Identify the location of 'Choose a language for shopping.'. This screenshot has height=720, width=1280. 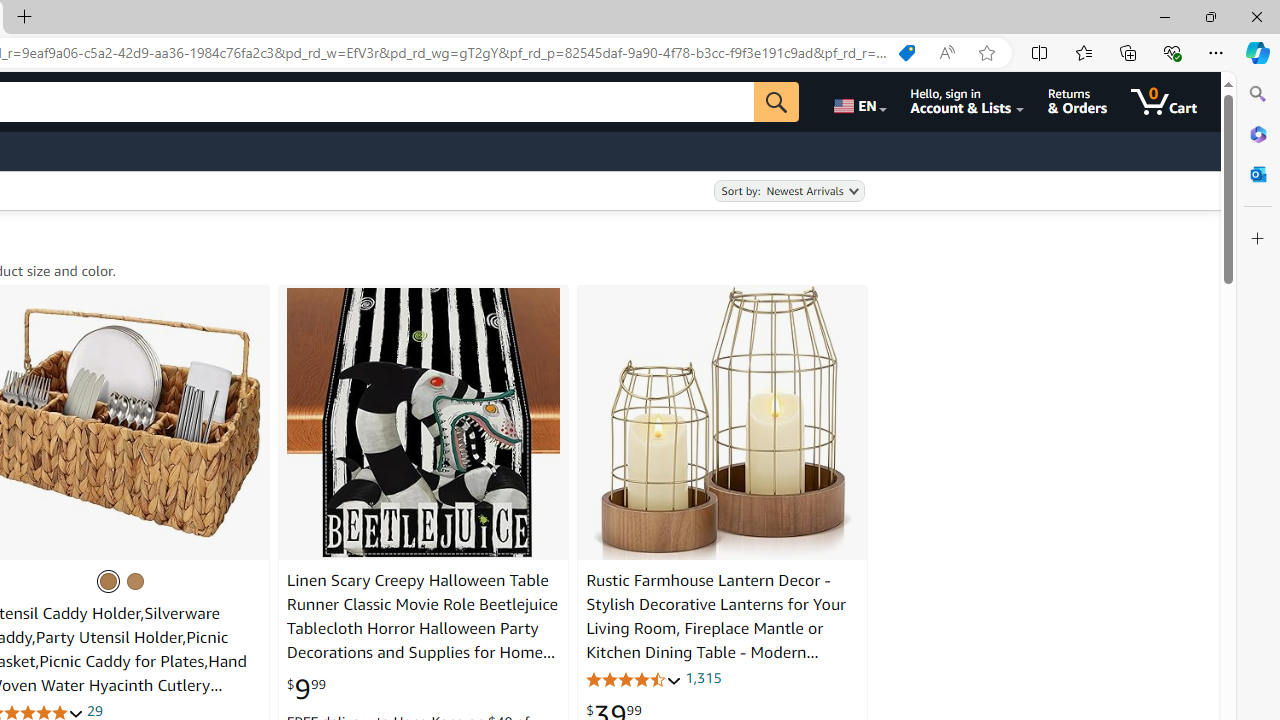
(858, 101).